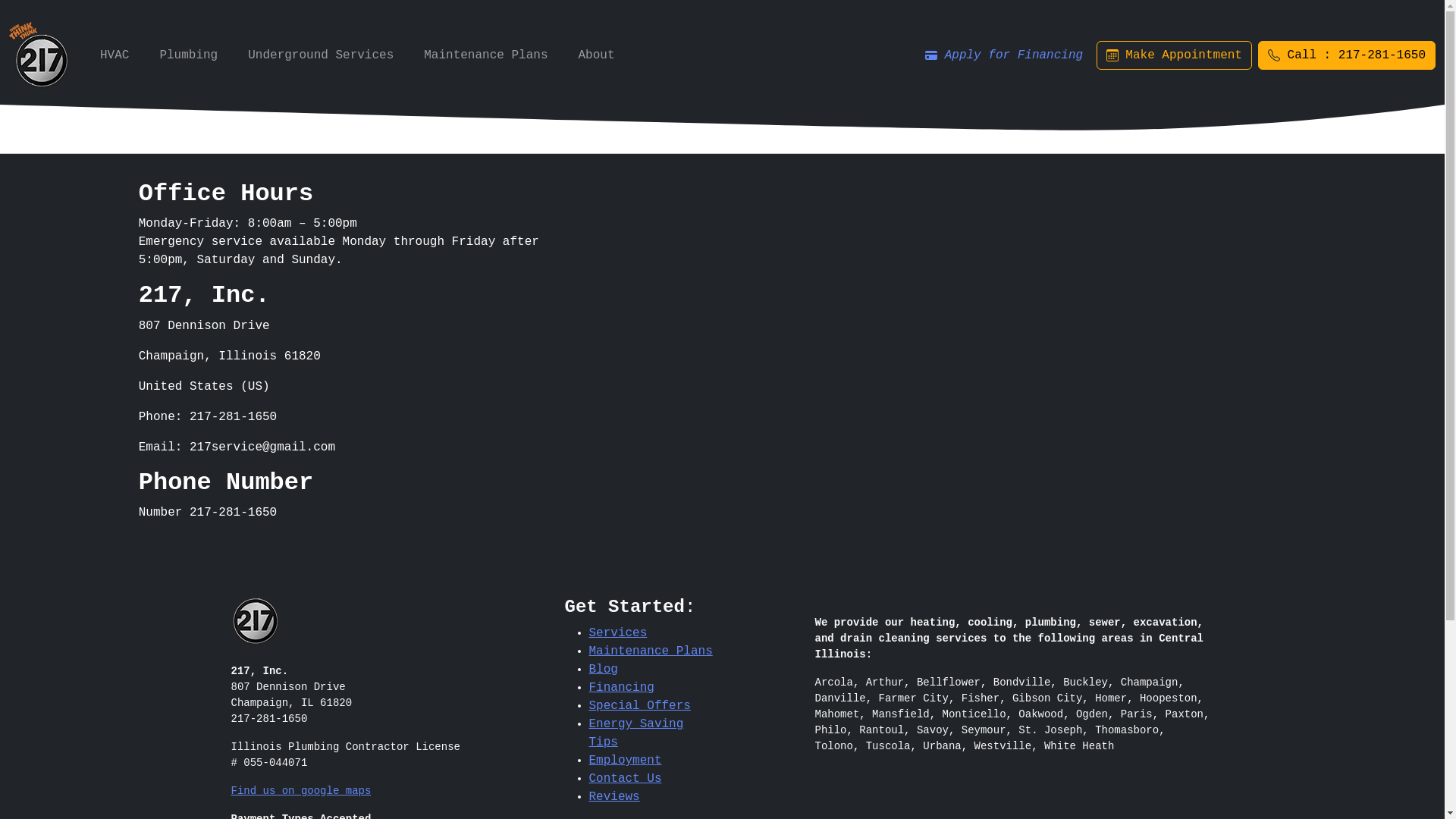 This screenshot has width=1456, height=819. I want to click on 'Services', so click(617, 632).